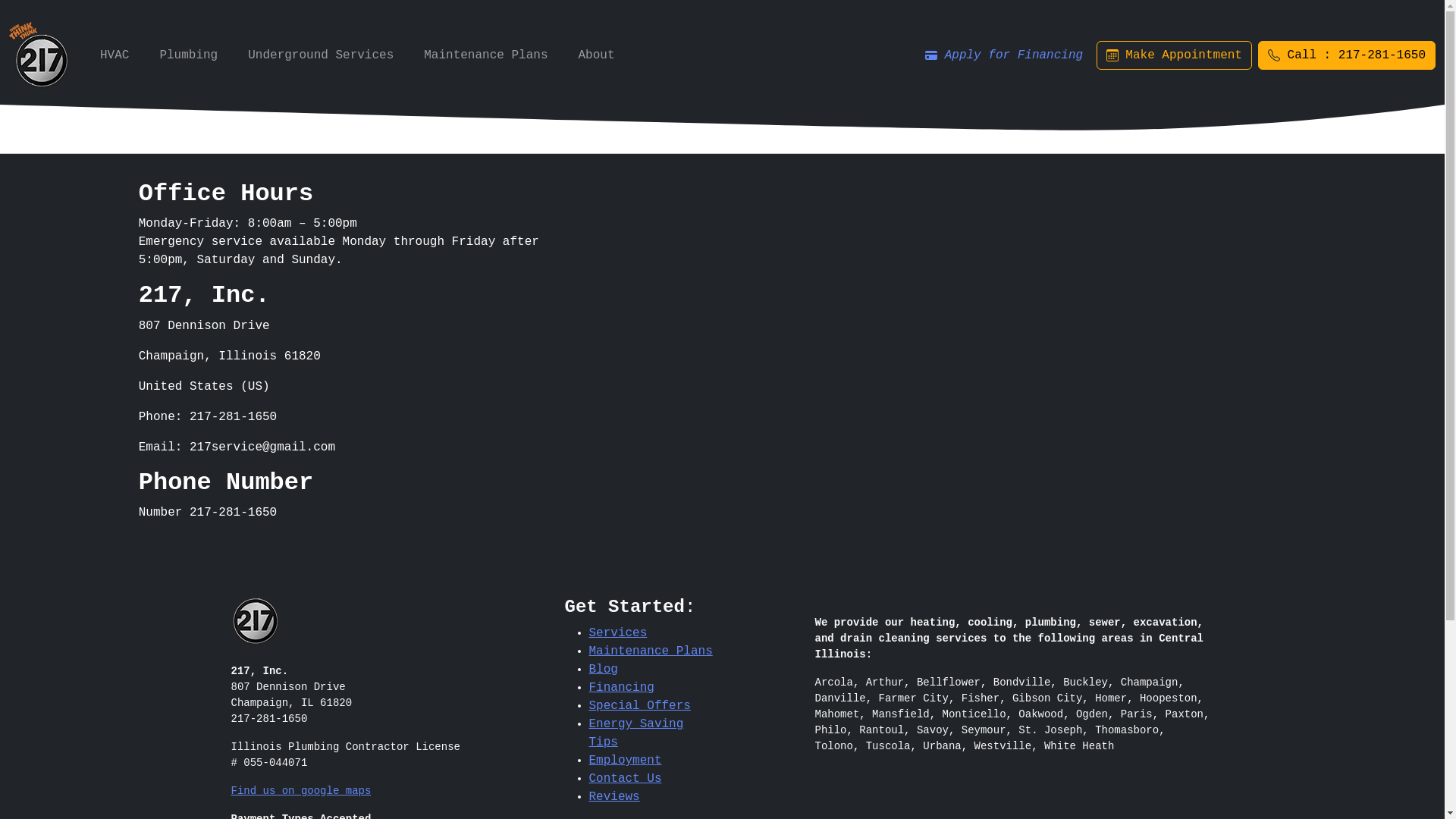 This screenshot has width=1456, height=819. I want to click on 'Services', so click(617, 632).